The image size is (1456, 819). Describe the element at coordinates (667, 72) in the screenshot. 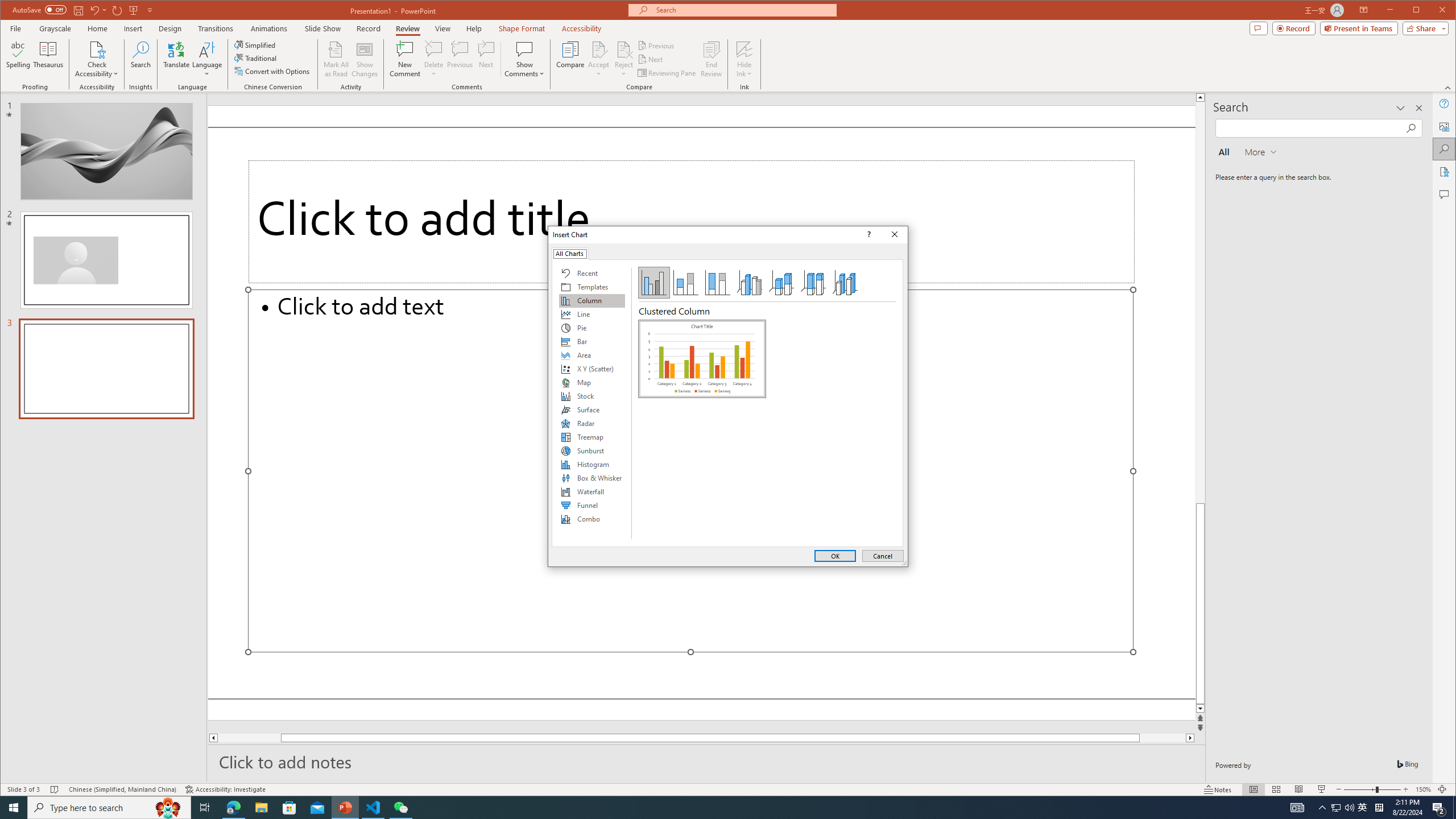

I see `'Reviewing Pane'` at that location.